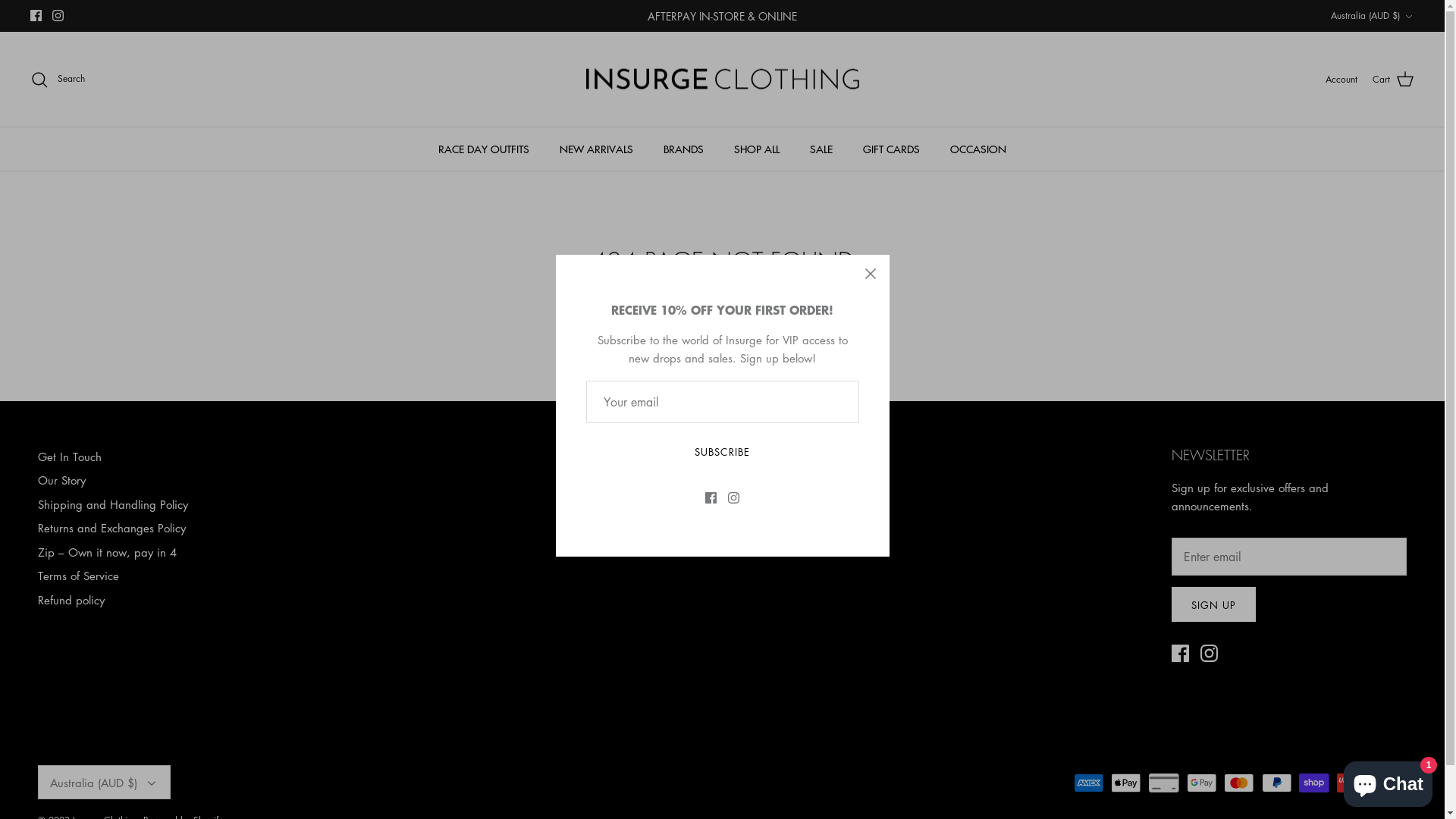 The image size is (1456, 819). What do you see at coordinates (1372, 16) in the screenshot?
I see `'Australia (AUD $)` at bounding box center [1372, 16].